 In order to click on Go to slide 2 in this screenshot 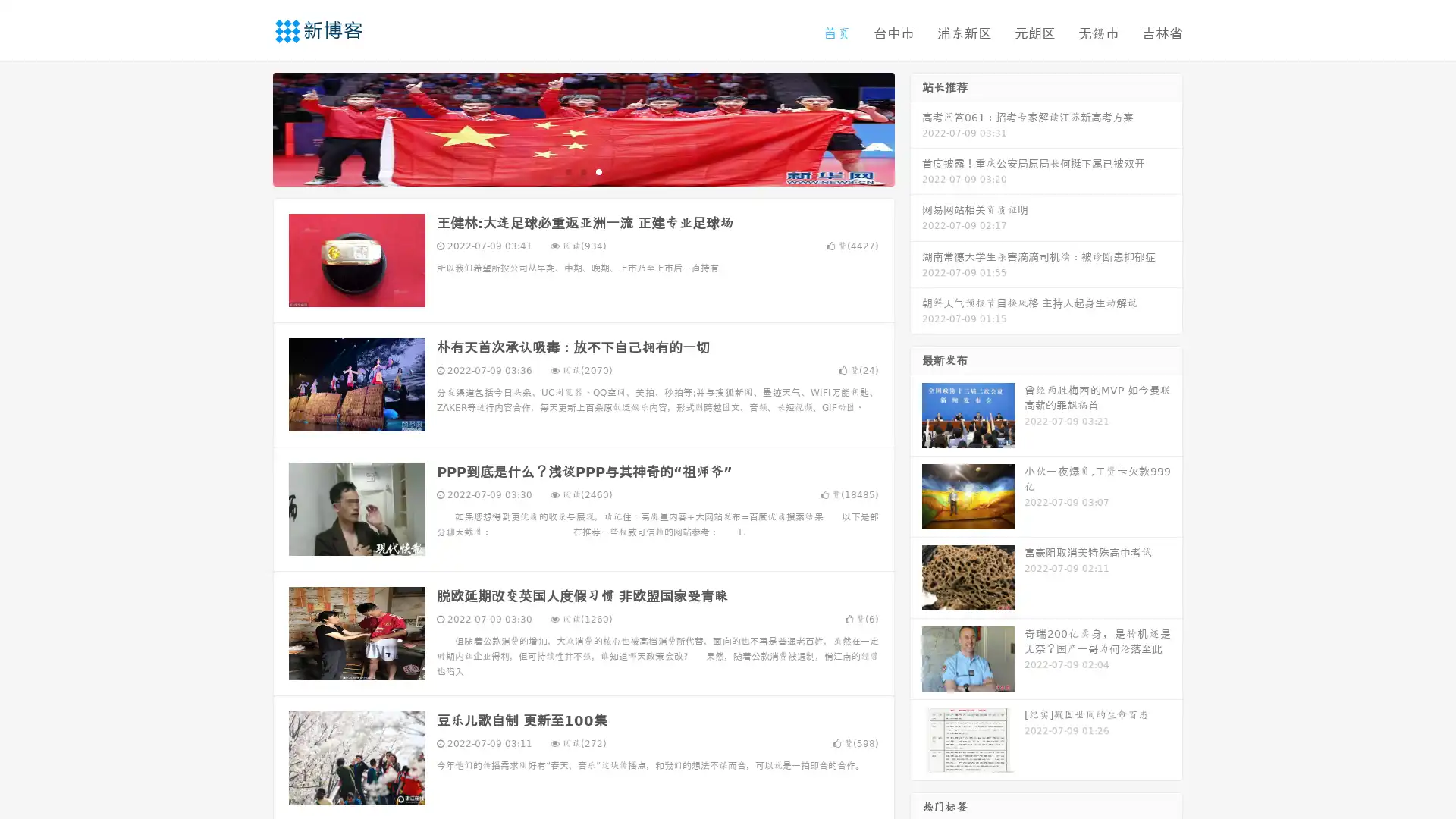, I will do `click(582, 171)`.